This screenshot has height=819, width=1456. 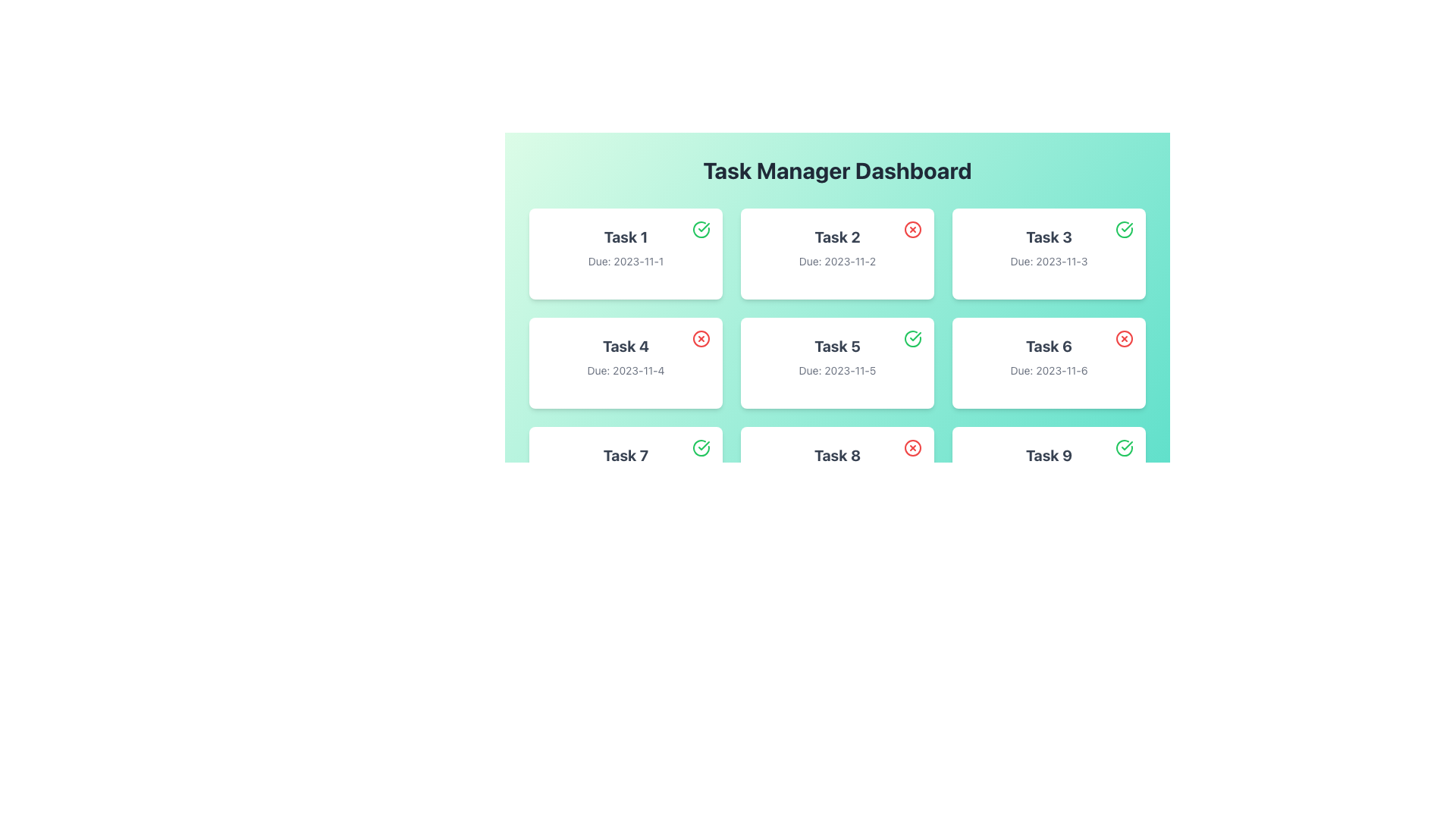 What do you see at coordinates (701, 447) in the screenshot?
I see `the green circular segment of the 'completed' indicator, which is part of the Task 7 icon located in the bottom-left cell of the grid layout` at bounding box center [701, 447].